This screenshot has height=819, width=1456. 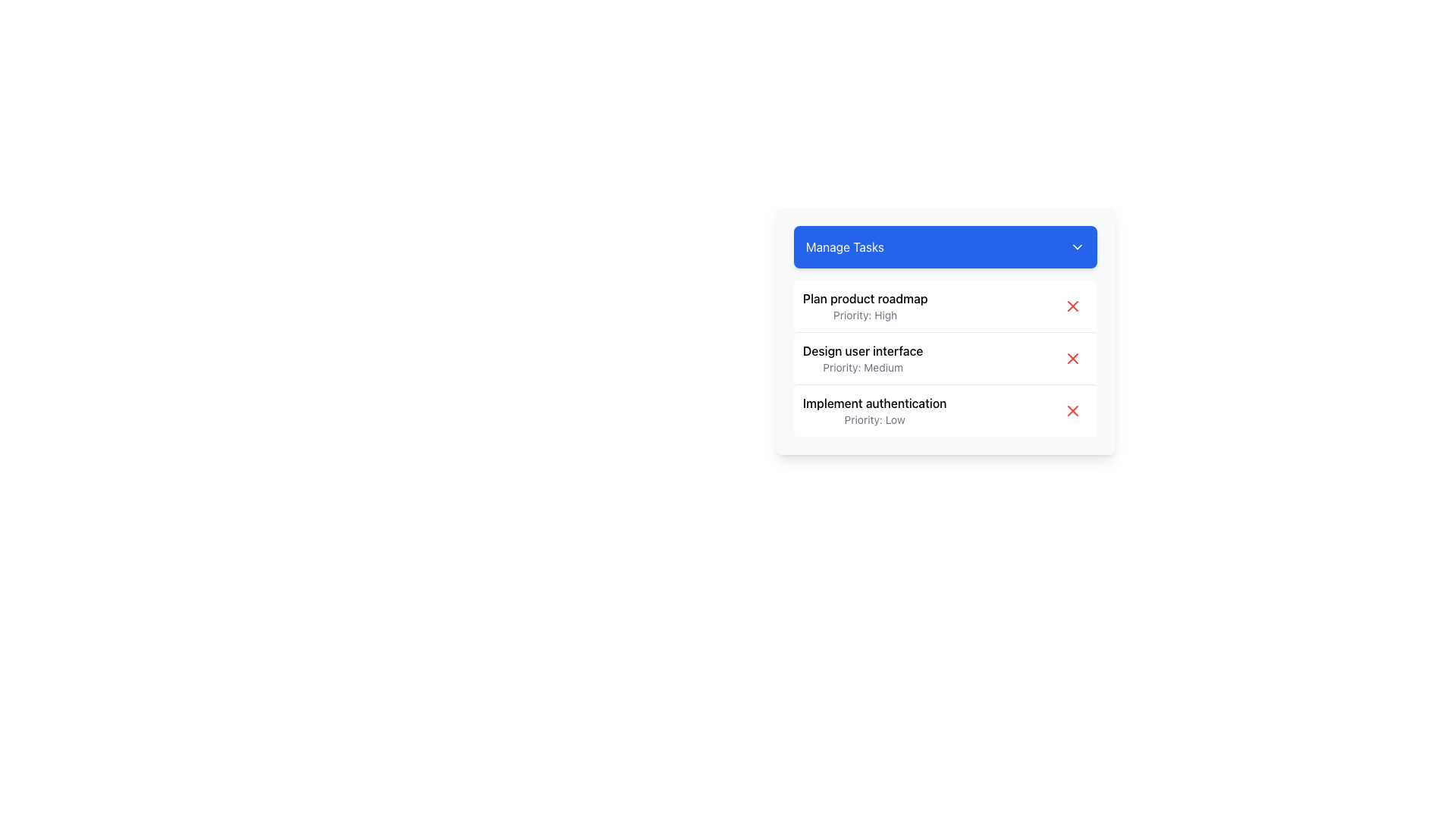 I want to click on the downward-pointing chevron arrow in the 'Manage Tasks' header section, so click(x=1076, y=246).